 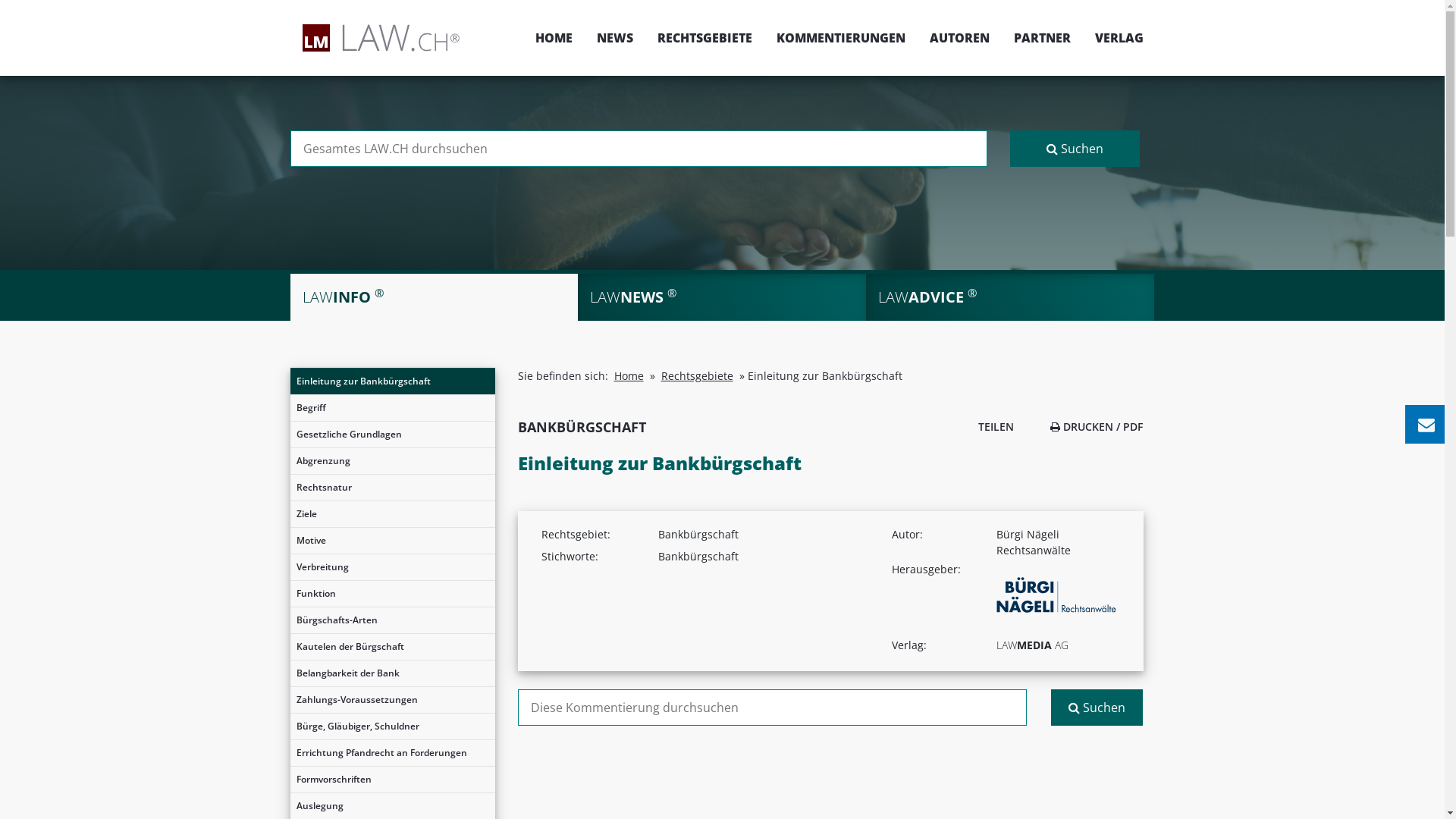 What do you see at coordinates (1040, 37) in the screenshot?
I see `'PARTNER'` at bounding box center [1040, 37].